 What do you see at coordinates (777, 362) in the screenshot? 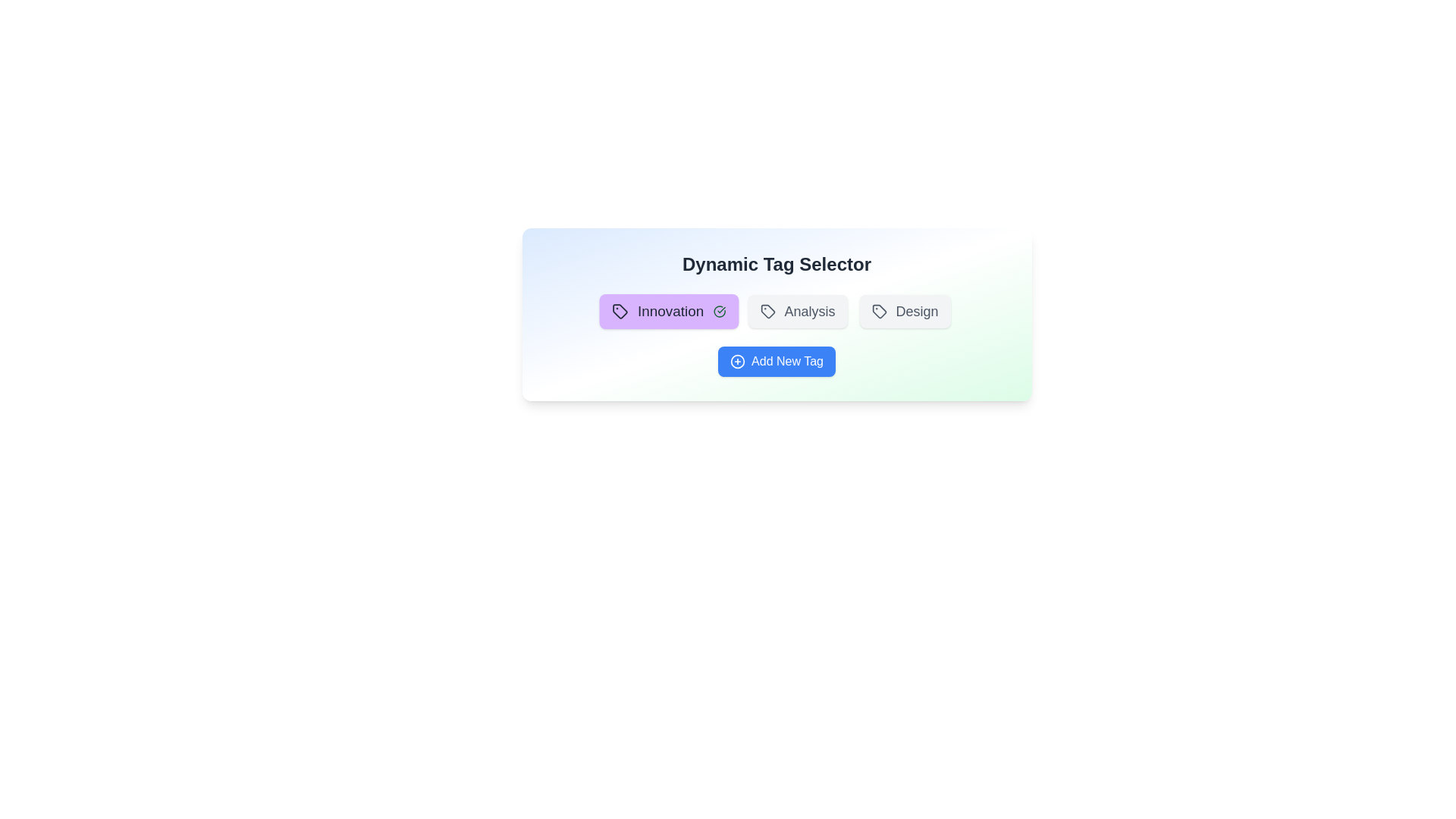
I see `'Add New Tag' button` at bounding box center [777, 362].